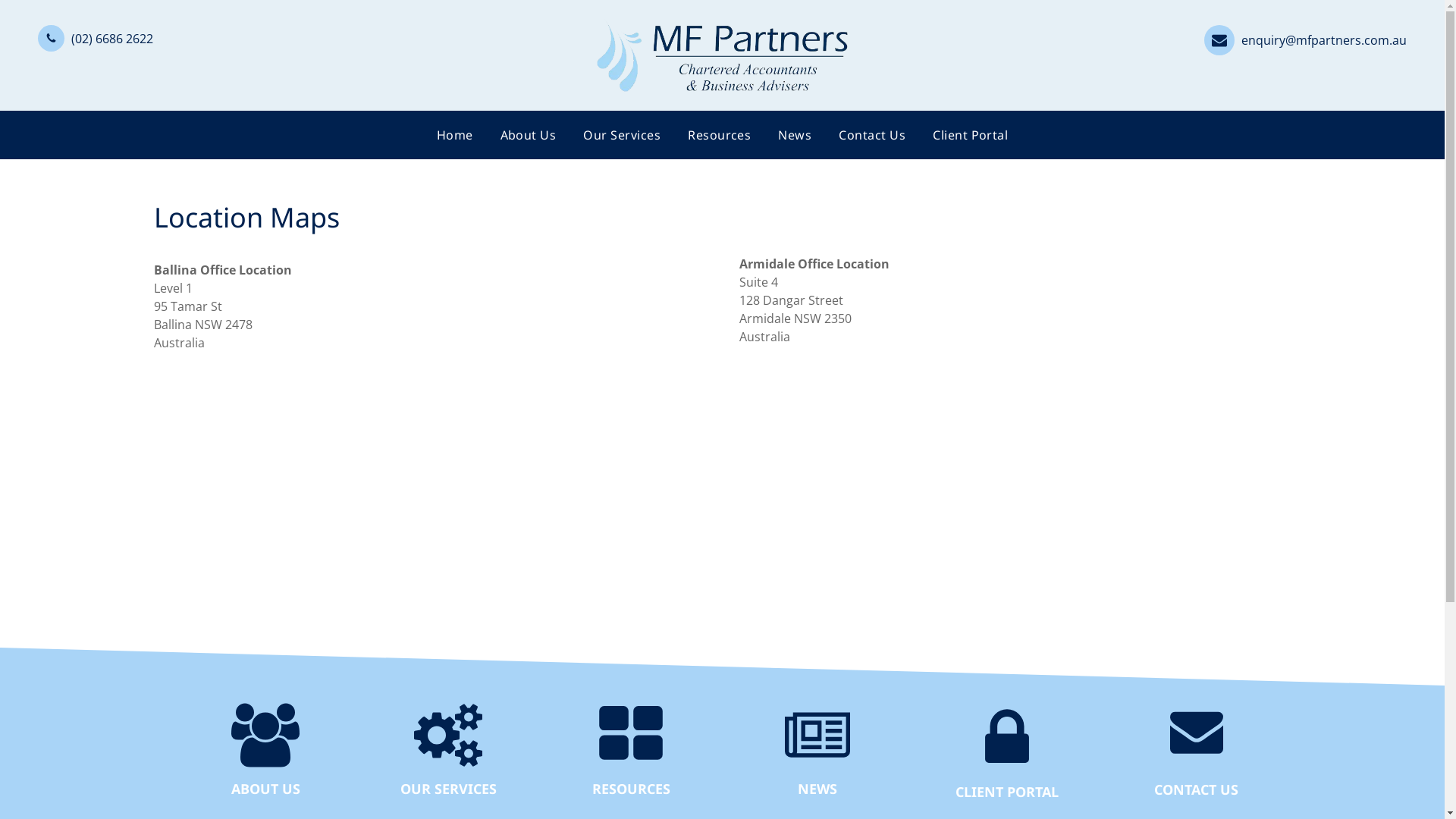 The width and height of the screenshot is (1456, 819). What do you see at coordinates (1195, 788) in the screenshot?
I see `'CONTACT US'` at bounding box center [1195, 788].